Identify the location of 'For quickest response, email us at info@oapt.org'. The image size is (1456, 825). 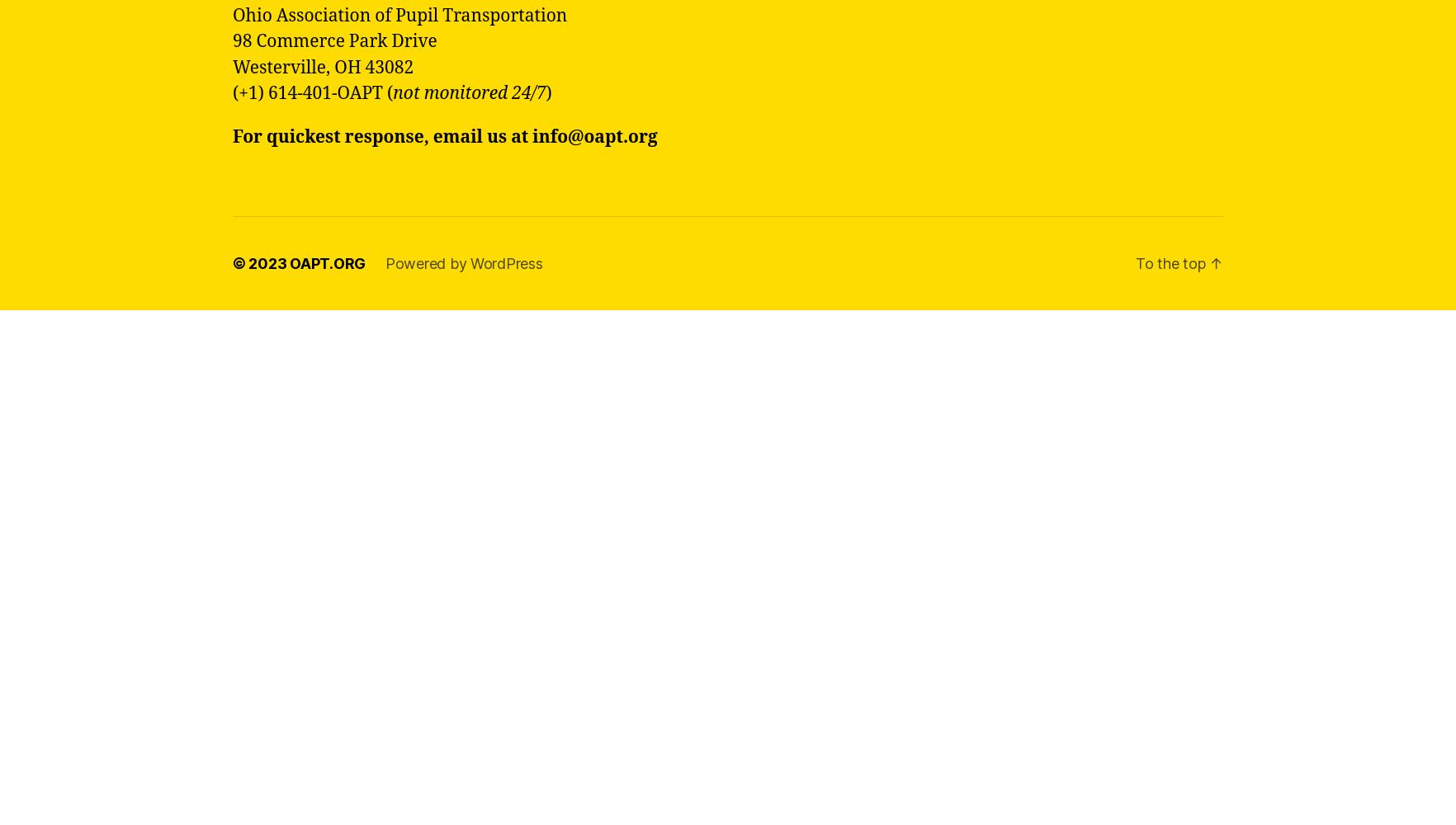
(445, 136).